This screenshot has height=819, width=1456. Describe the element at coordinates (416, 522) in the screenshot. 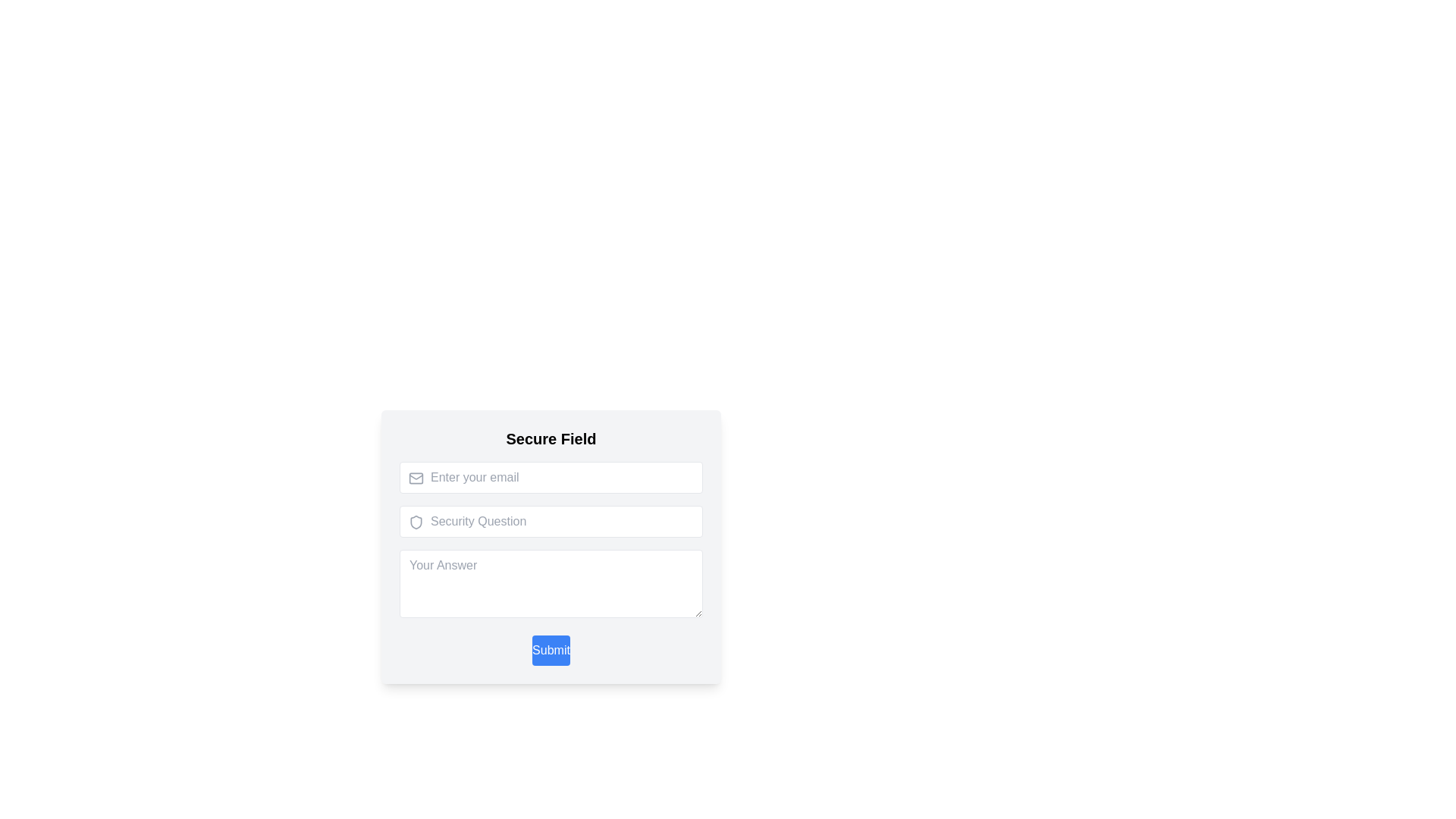

I see `security indicator icon located to the left of the Security Question input field` at that location.